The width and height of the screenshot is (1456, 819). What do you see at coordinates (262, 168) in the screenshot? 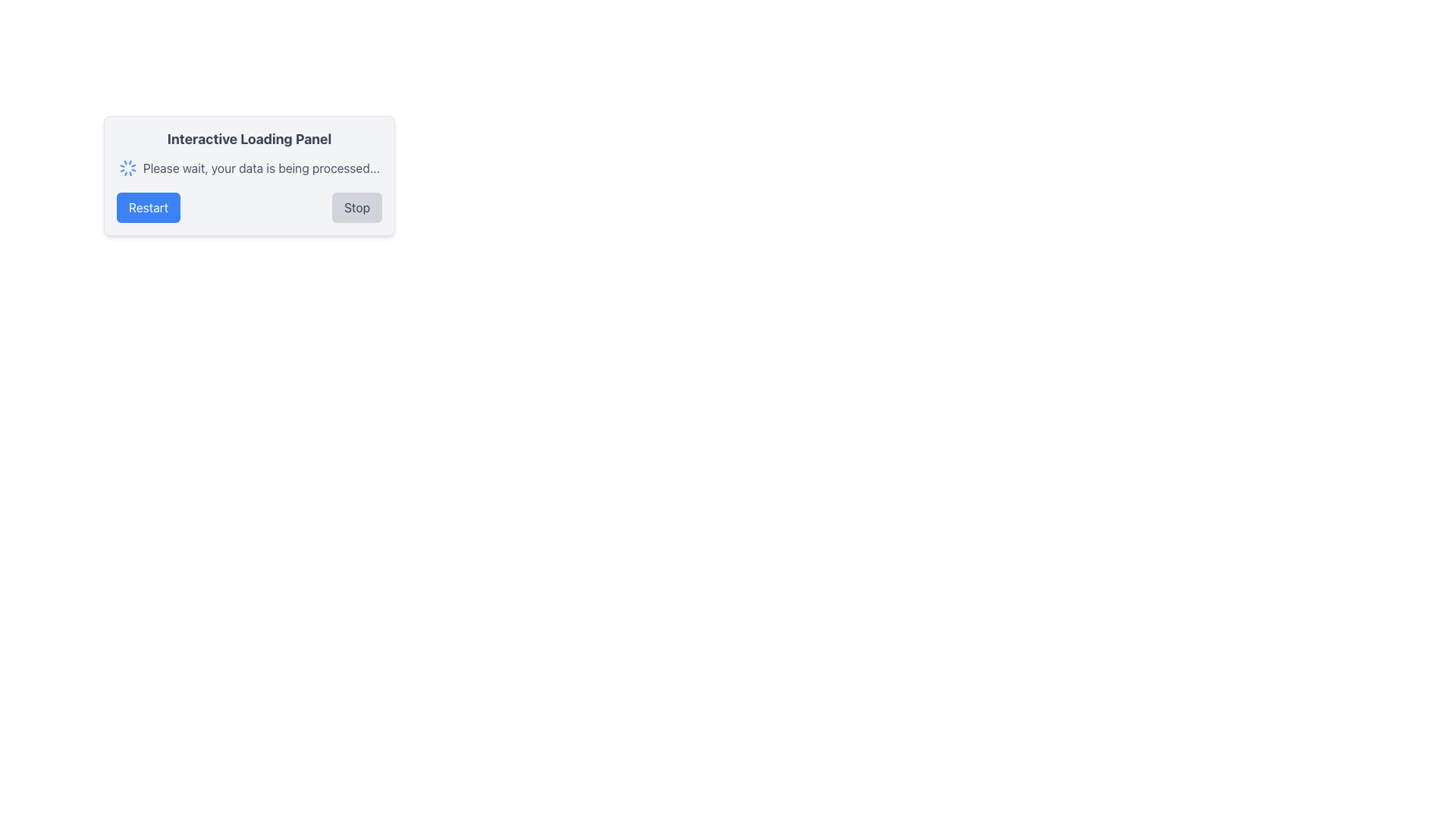
I see `text 'Please wait, your data is being processed...' displayed in gray font color, located to the right of the blue spinning loader icon within the 'Interactive Loading Panel'` at bounding box center [262, 168].